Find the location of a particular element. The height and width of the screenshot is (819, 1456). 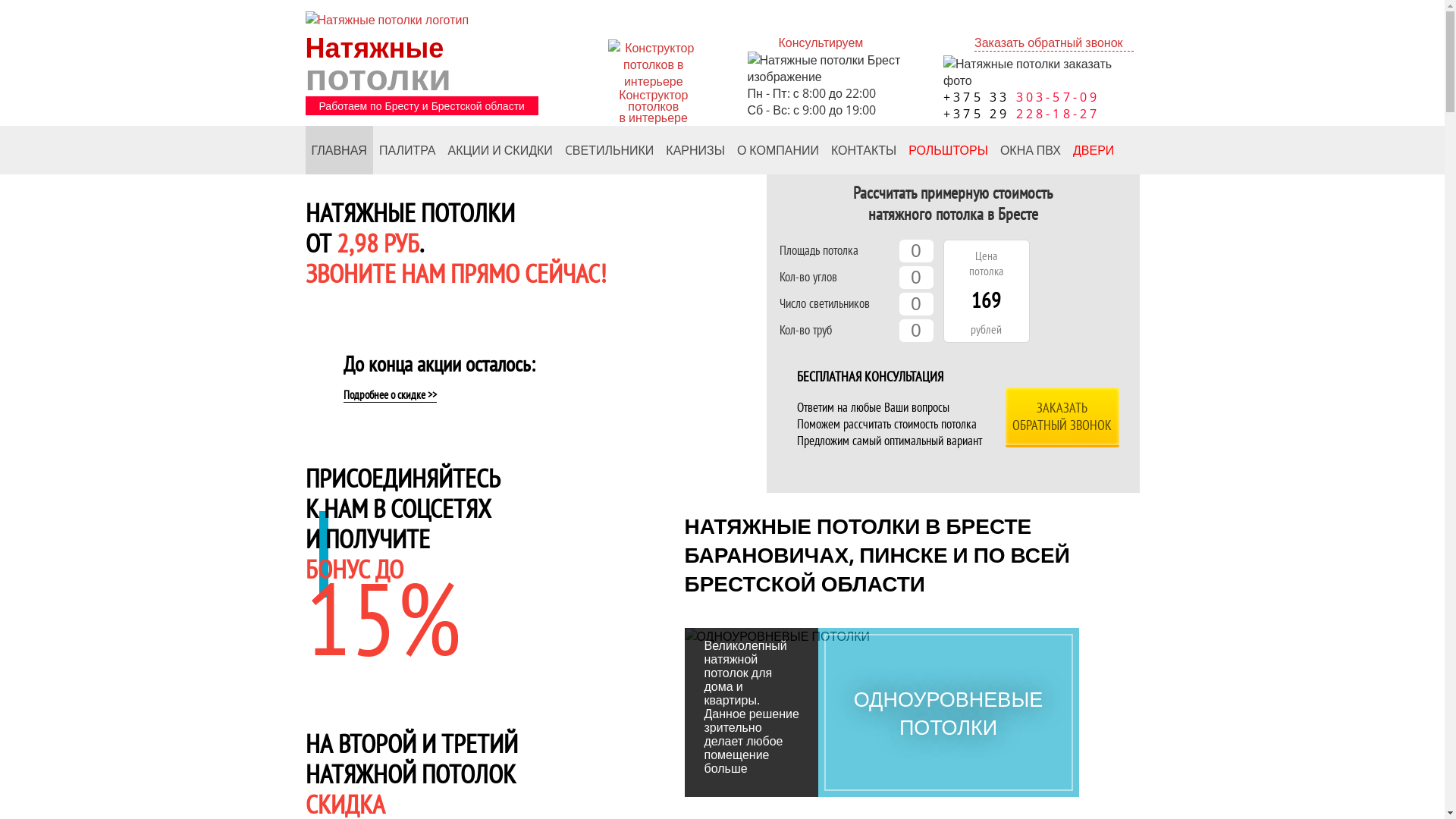

'+375 29 228-18-27' is located at coordinates (1022, 113).